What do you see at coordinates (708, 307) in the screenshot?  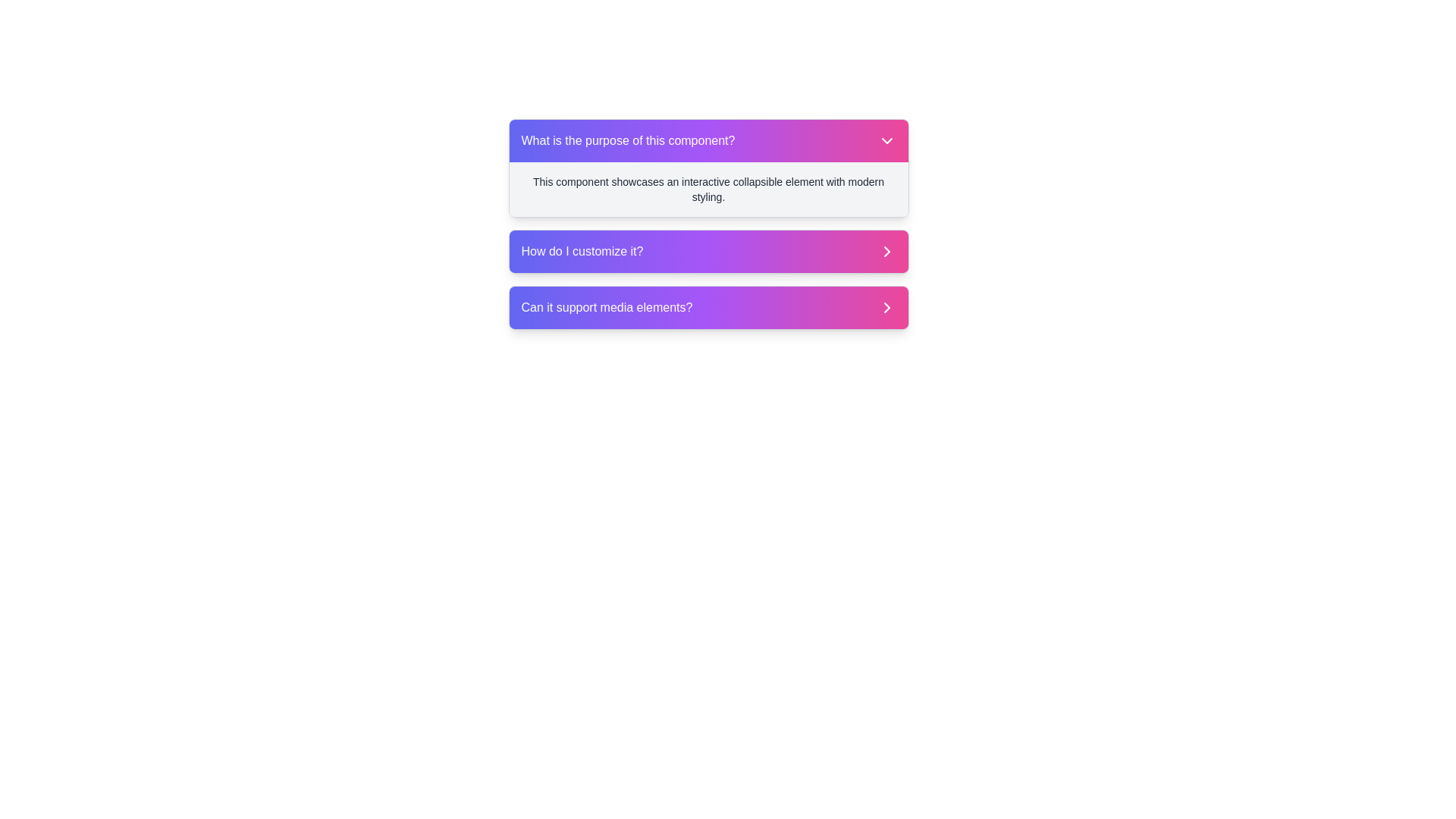 I see `the interactive button located at the bottom of the column` at bounding box center [708, 307].